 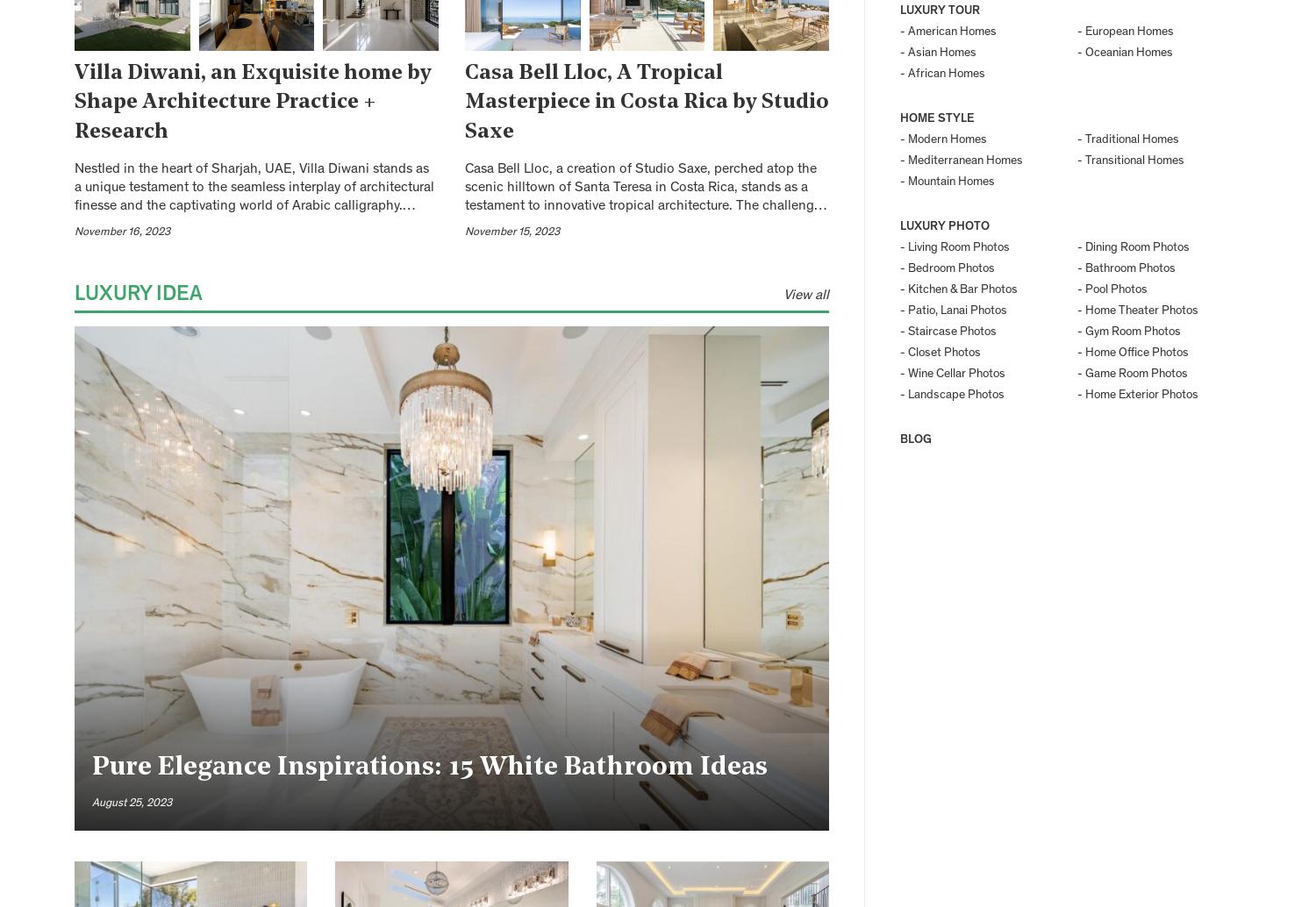 I want to click on '- Transitional Homes', so click(x=1130, y=161).